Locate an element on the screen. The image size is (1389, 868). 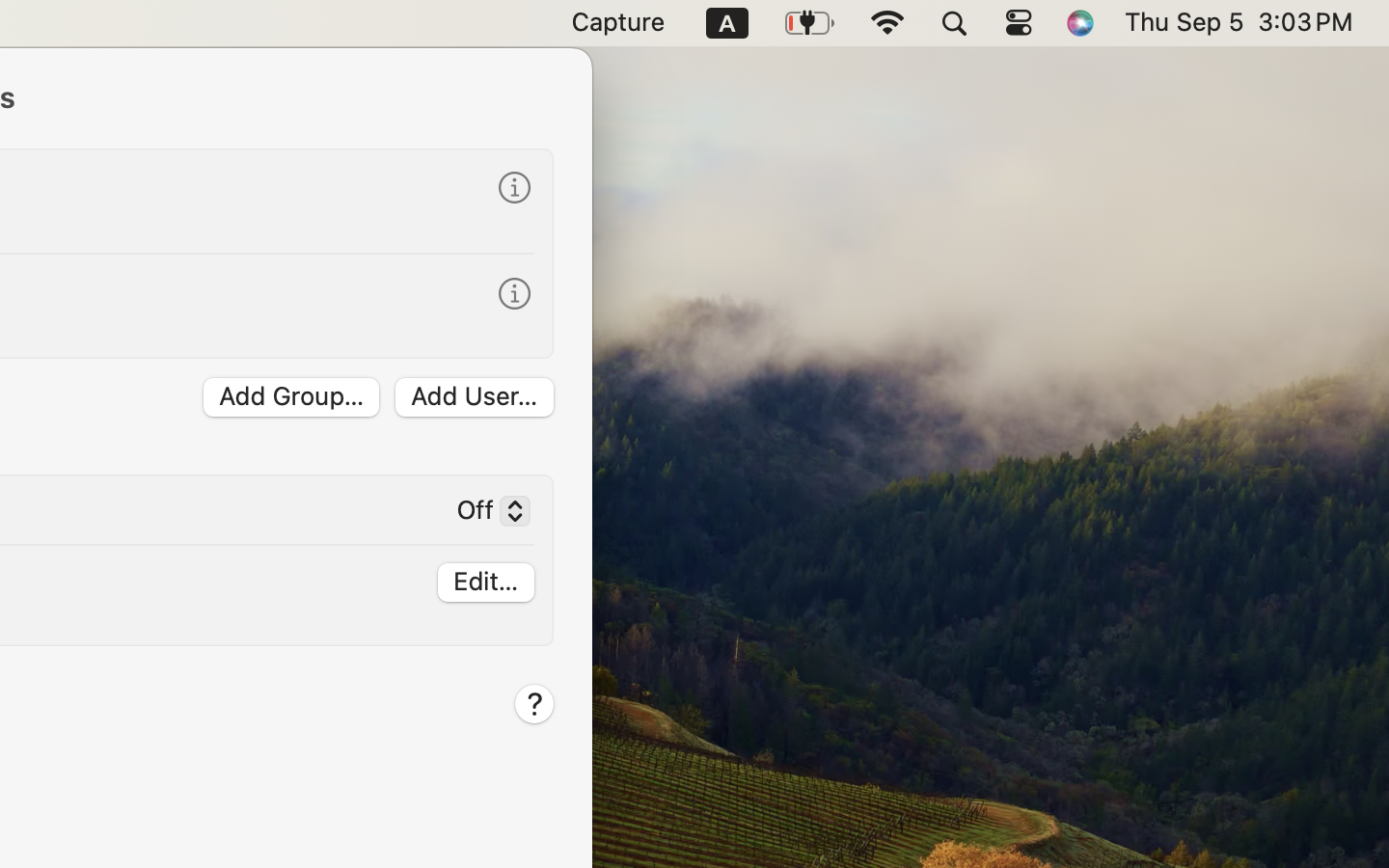
'Off' is located at coordinates (483, 512).